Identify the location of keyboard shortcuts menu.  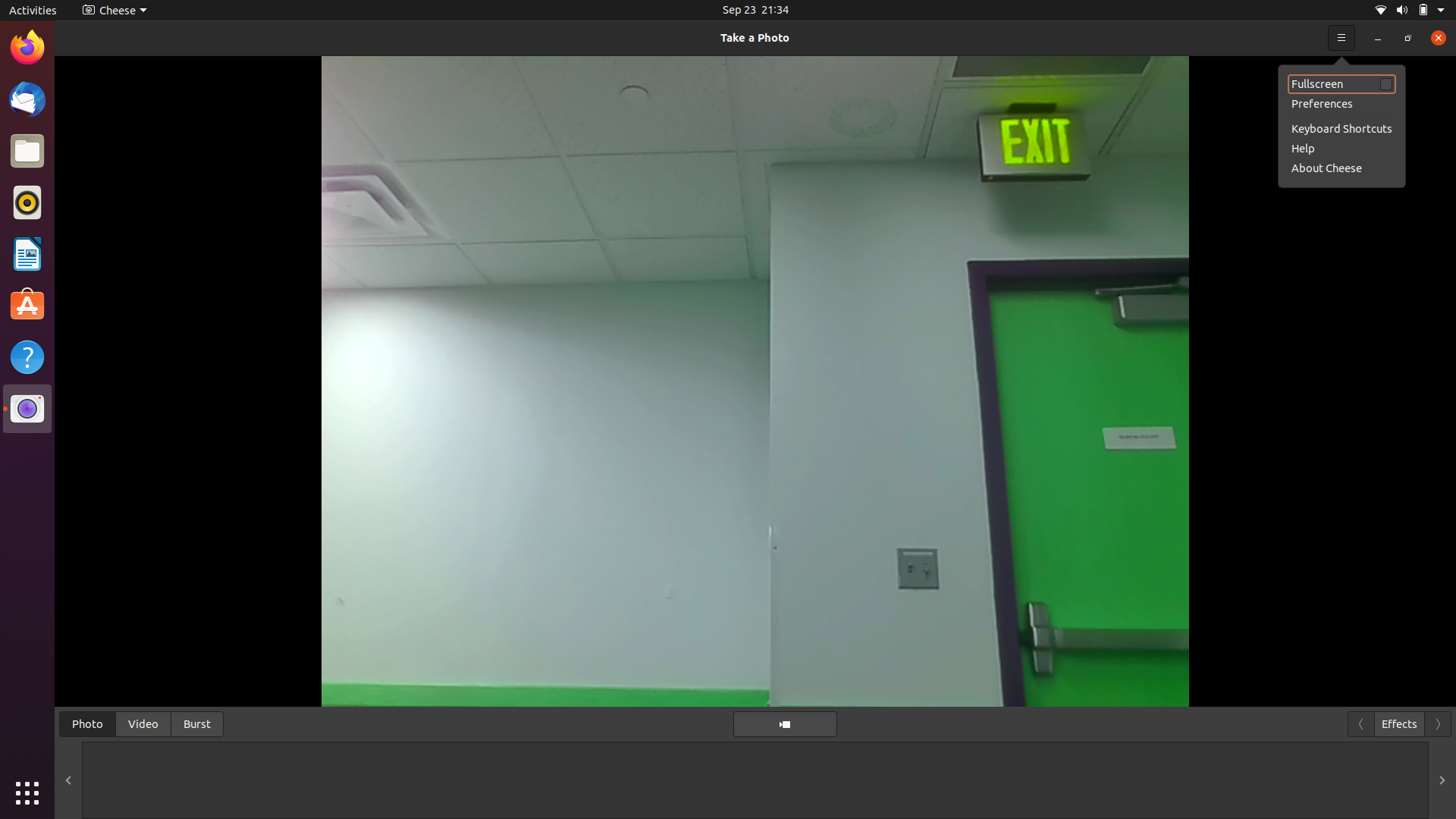
(1341, 36).